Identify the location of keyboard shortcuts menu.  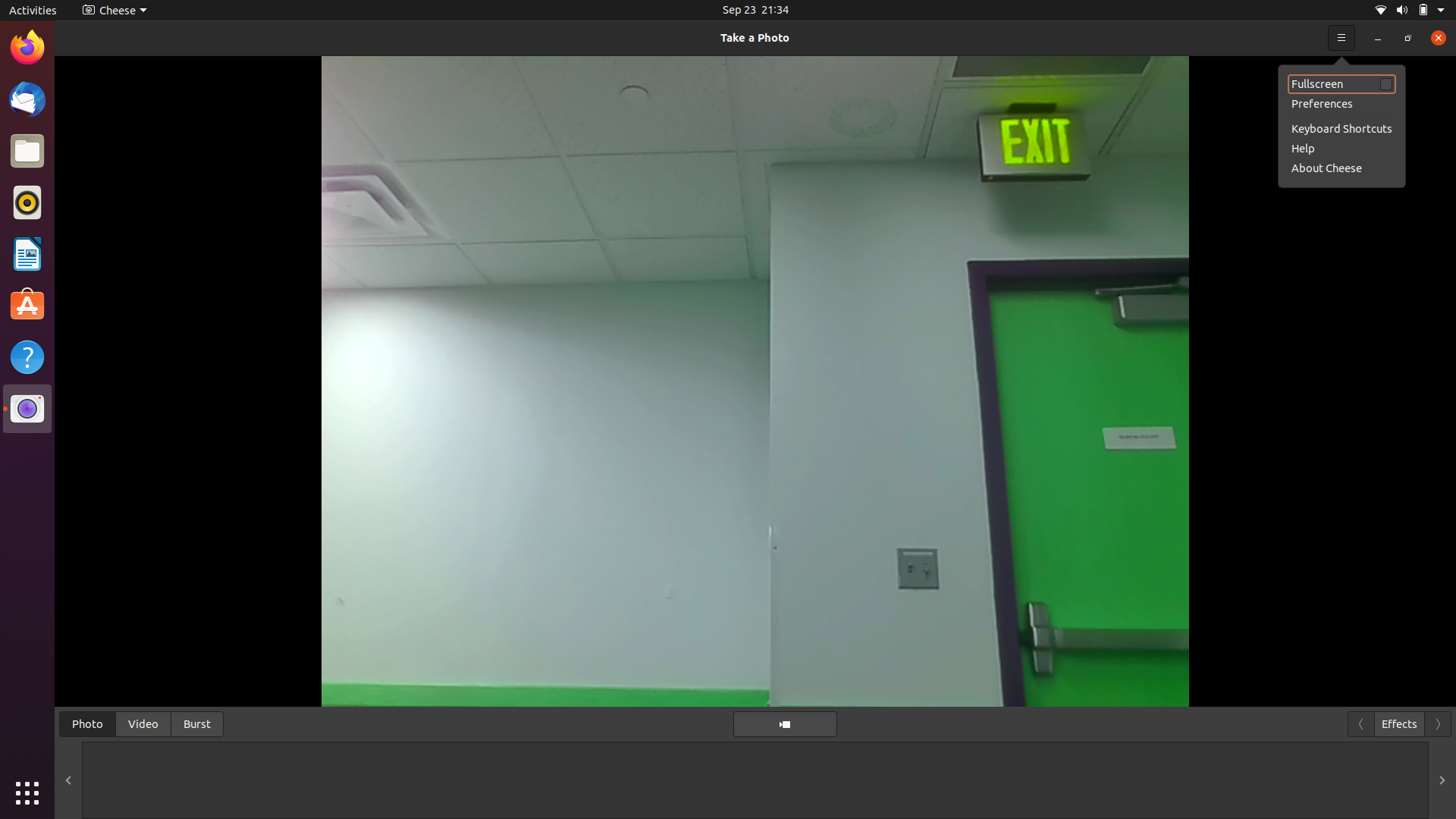
(1341, 36).